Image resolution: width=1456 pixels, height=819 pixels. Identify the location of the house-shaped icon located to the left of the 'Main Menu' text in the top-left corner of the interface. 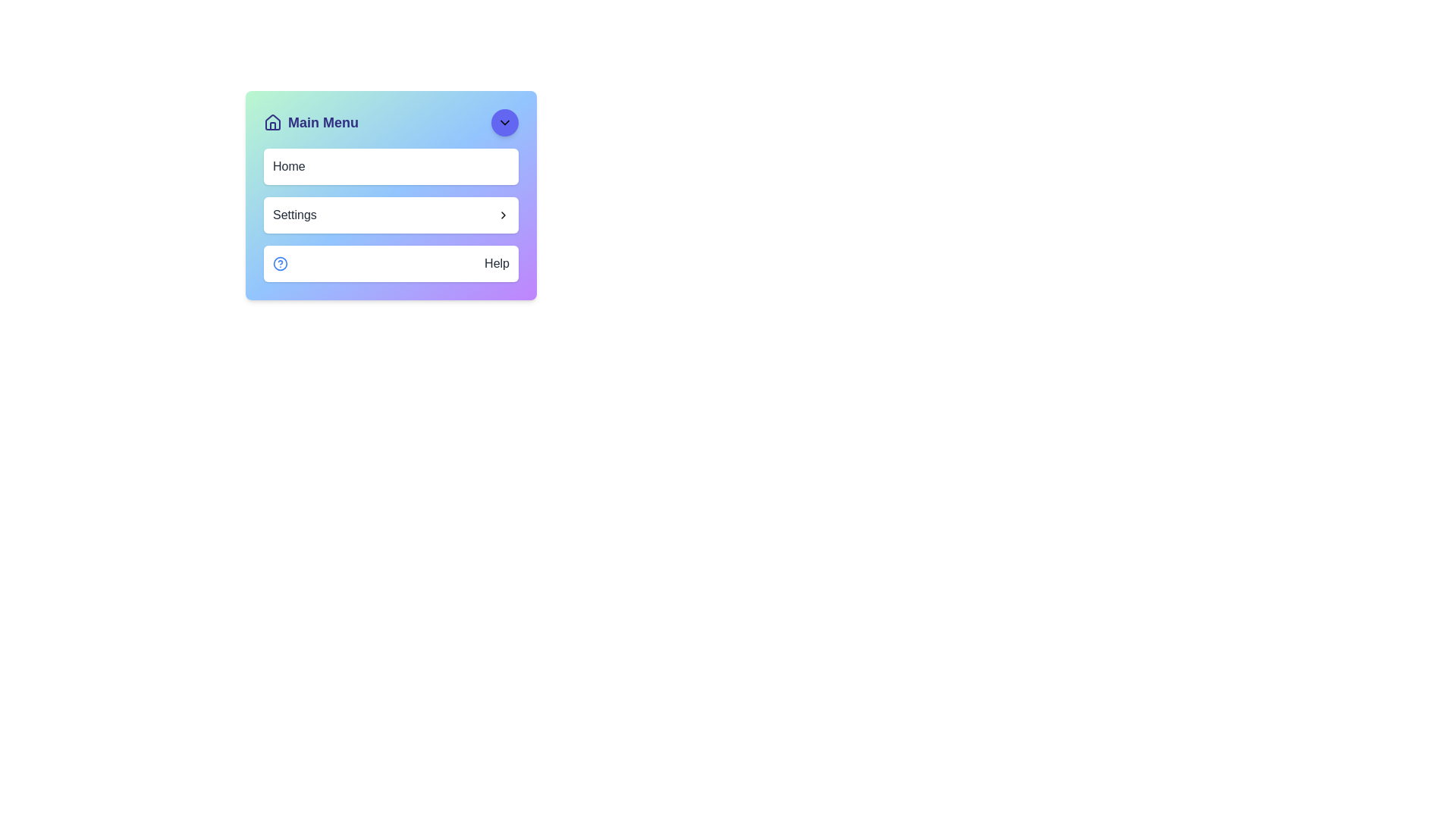
(273, 121).